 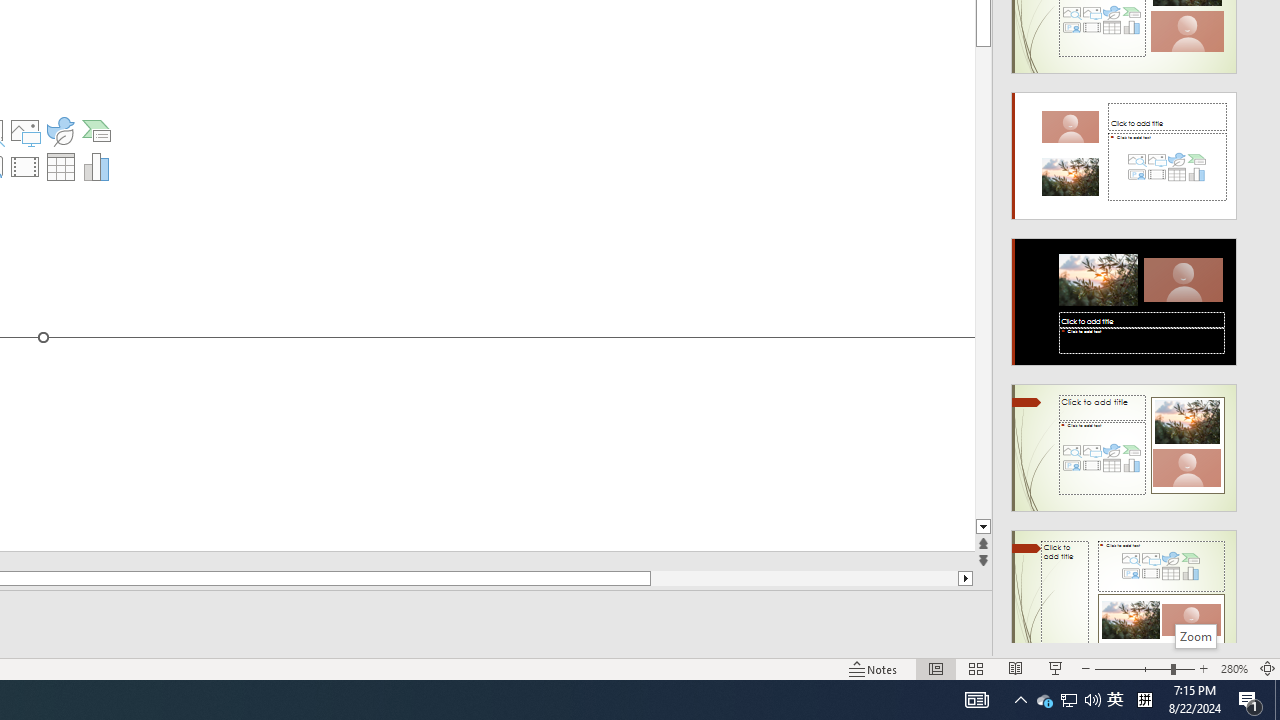 I want to click on 'Reading View', so click(x=1015, y=669).